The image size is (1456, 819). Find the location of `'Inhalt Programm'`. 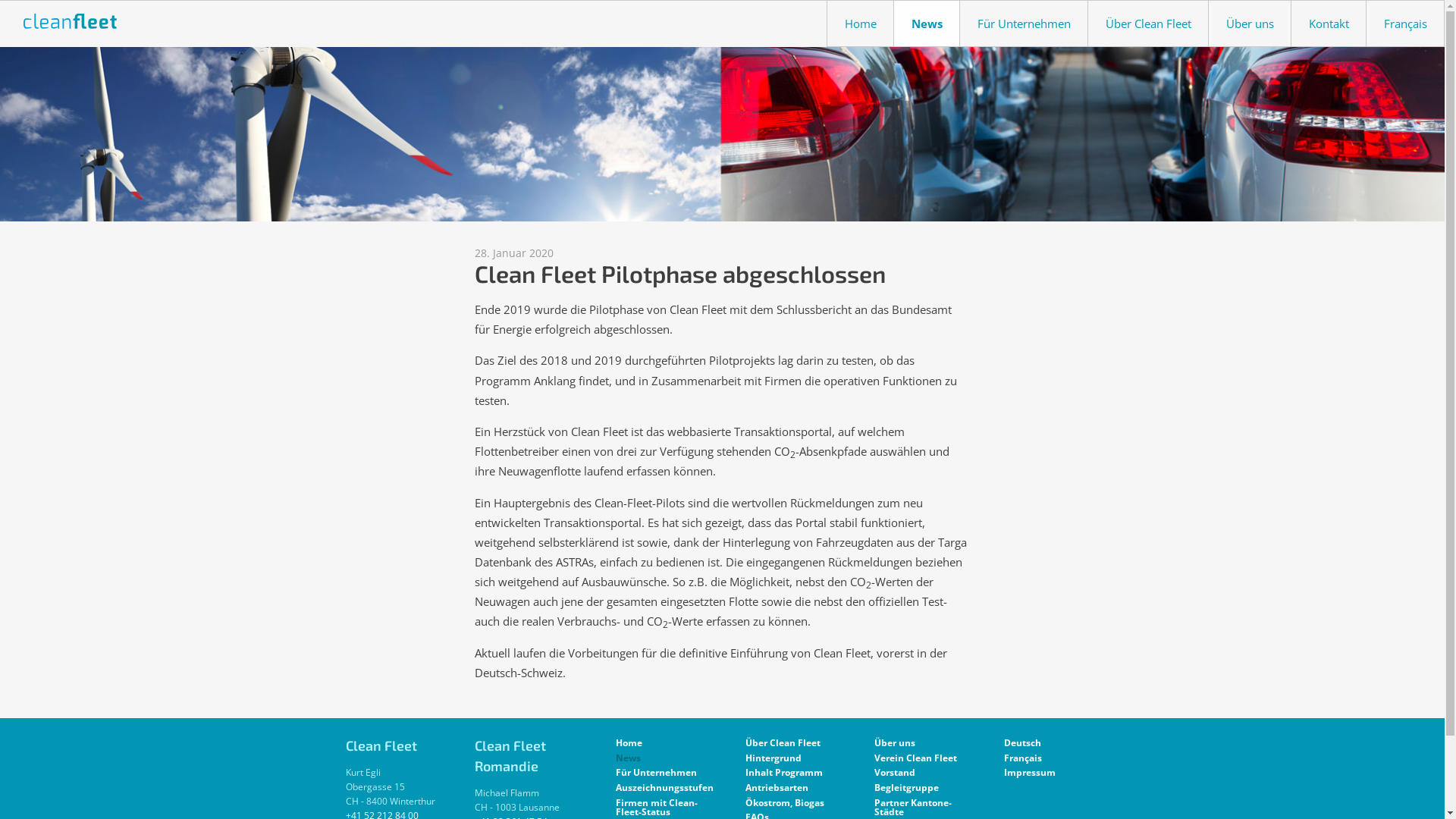

'Inhalt Programm' is located at coordinates (733, 773).